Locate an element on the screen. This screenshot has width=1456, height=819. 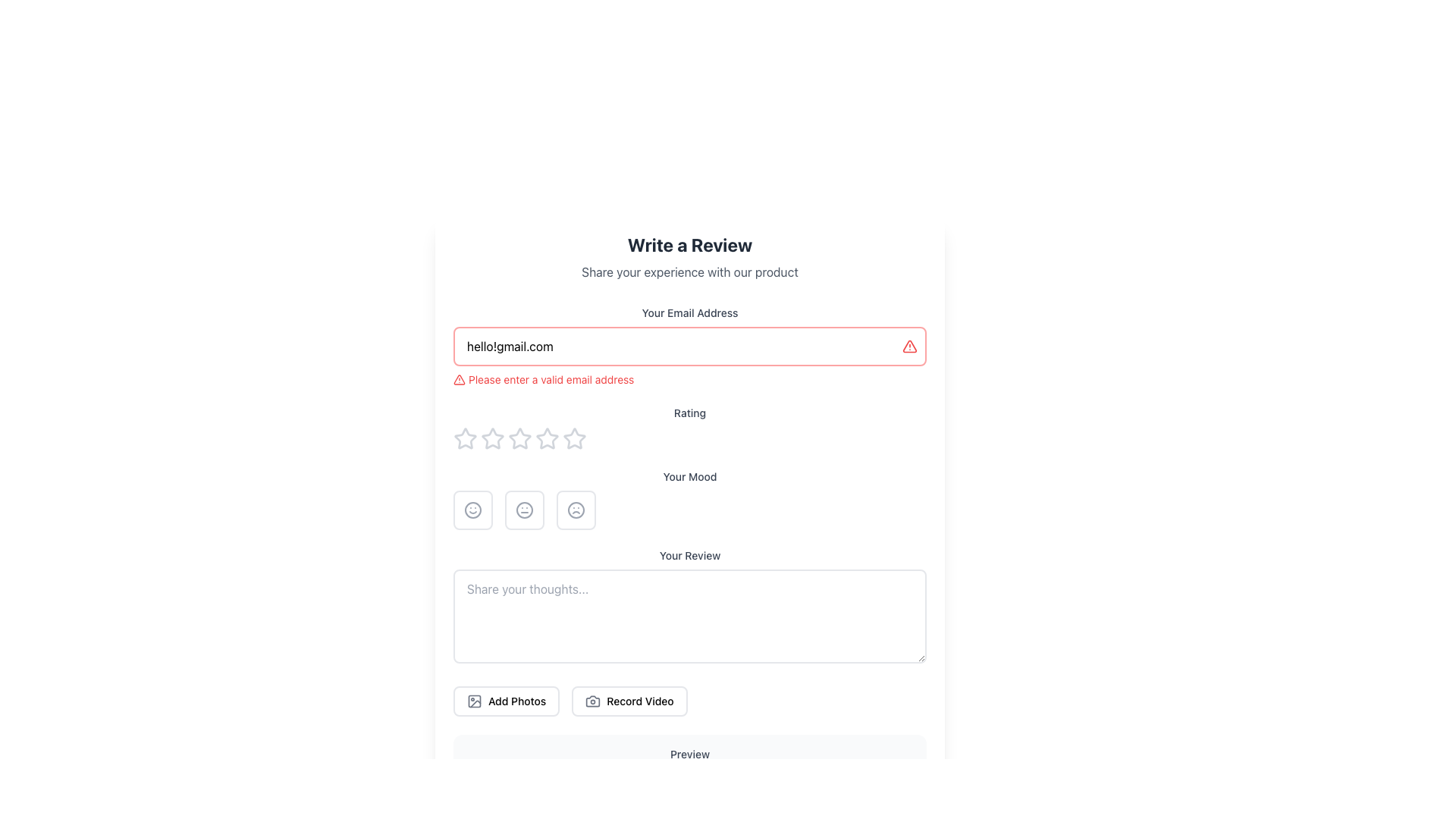
the Text Label that provides context for the mood selection section, positioned centrally between the 'Rating' section and the mood selection options is located at coordinates (689, 475).